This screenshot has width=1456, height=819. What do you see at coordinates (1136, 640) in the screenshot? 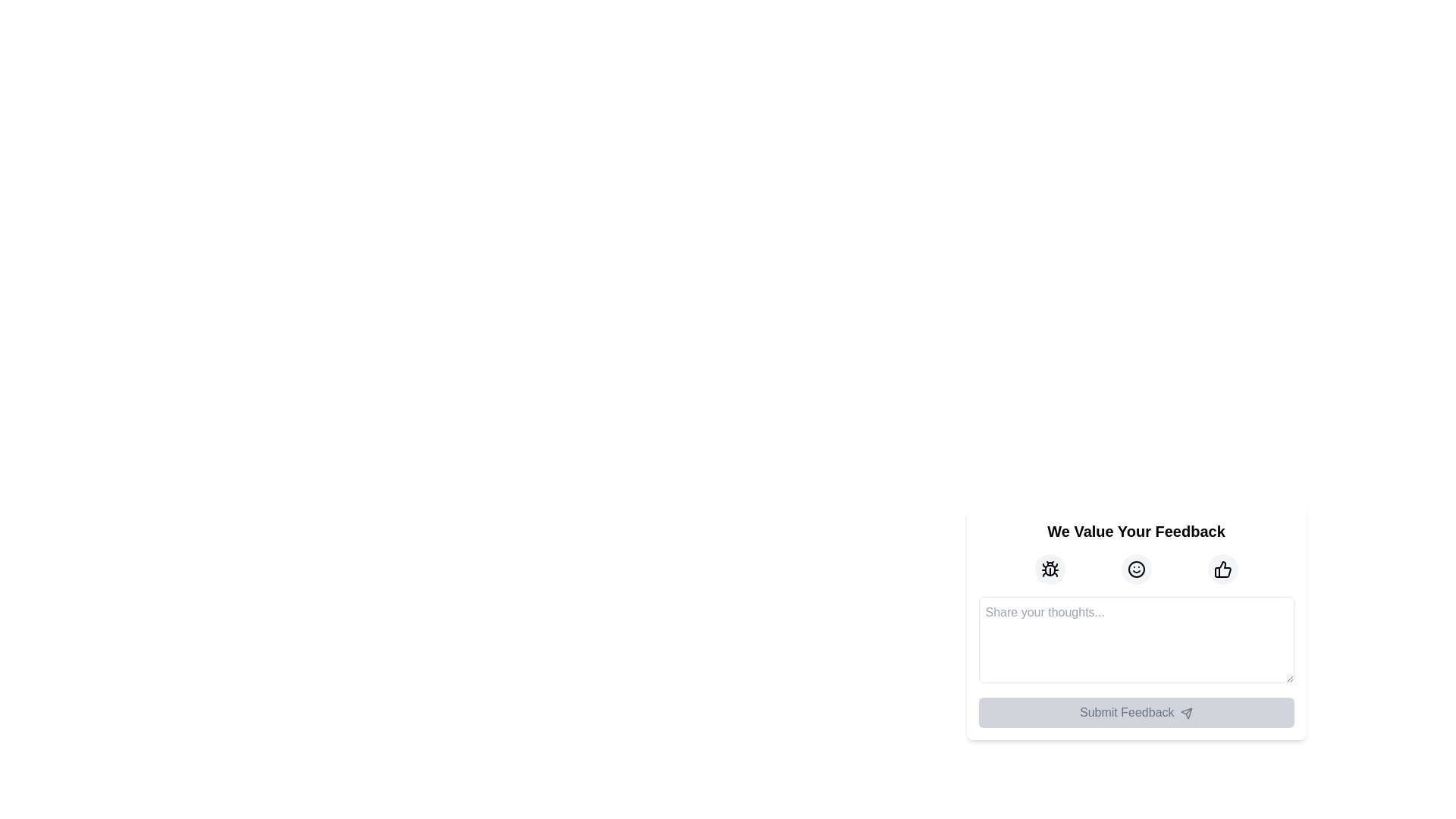
I see `text within the Multi-line Text Input Field that has a placeholder reading 'Share your thoughts...'` at bounding box center [1136, 640].